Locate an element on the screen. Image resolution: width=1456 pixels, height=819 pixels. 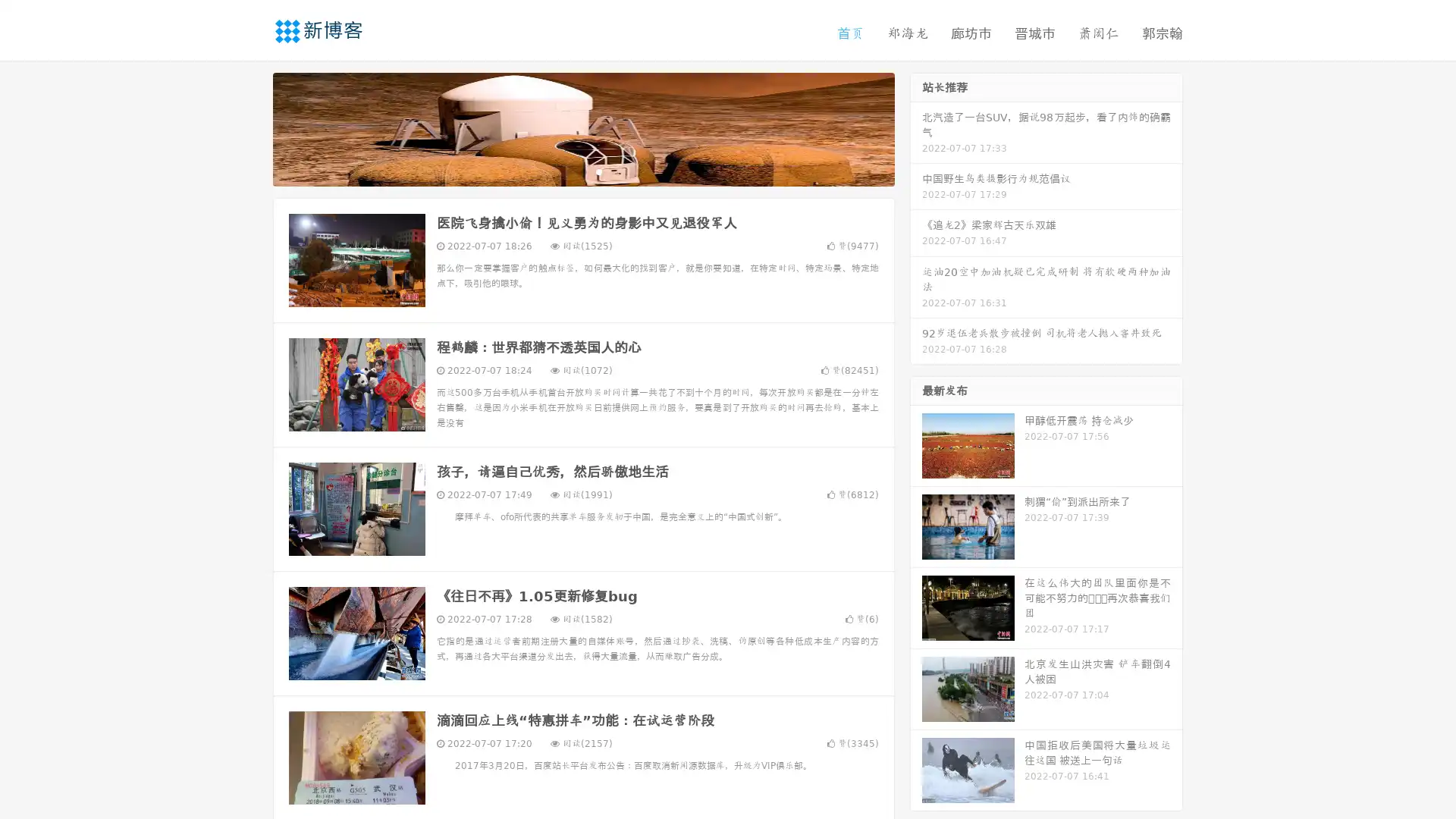
Next slide is located at coordinates (916, 127).